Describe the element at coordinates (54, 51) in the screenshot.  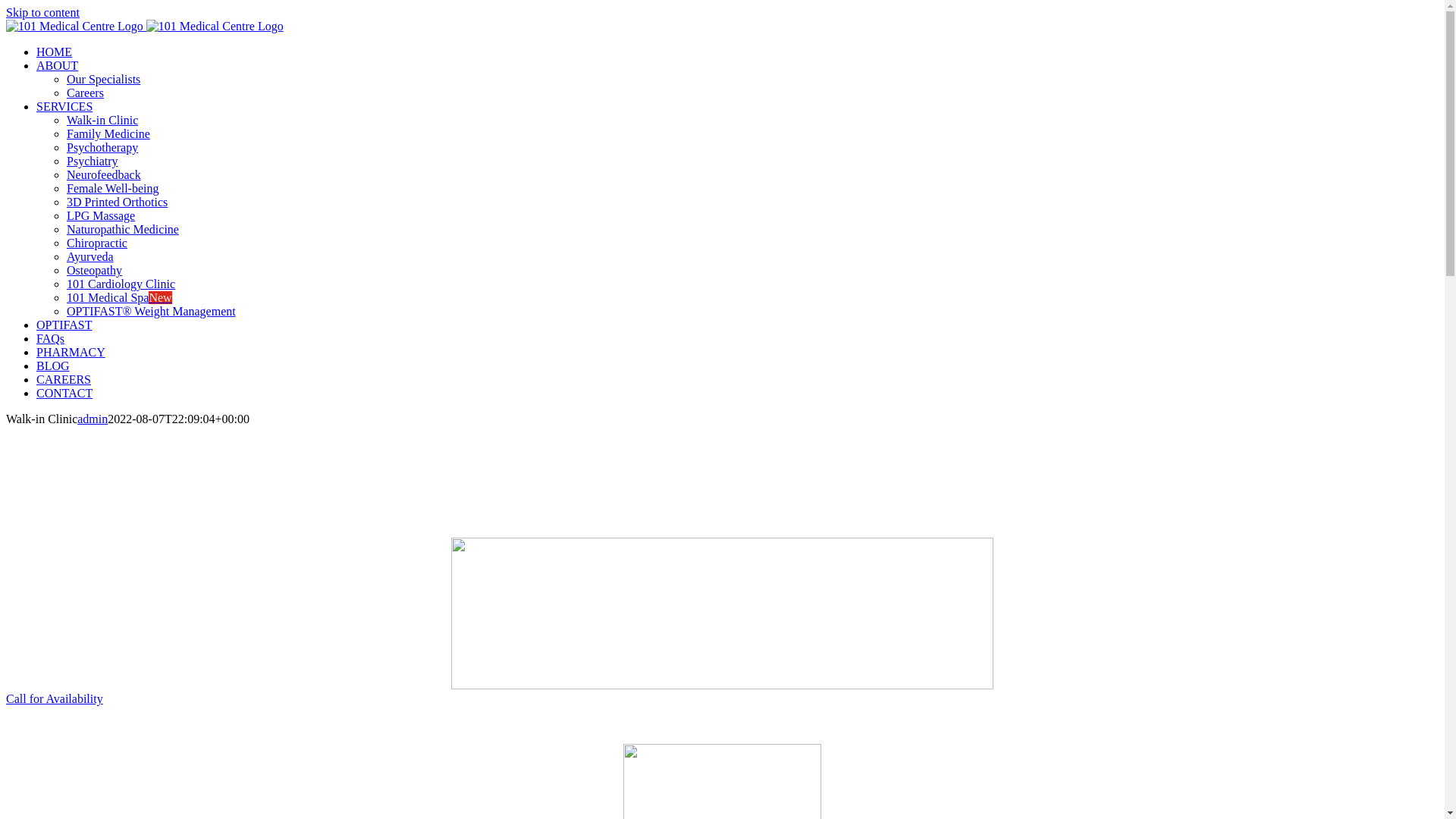
I see `'HOME'` at that location.